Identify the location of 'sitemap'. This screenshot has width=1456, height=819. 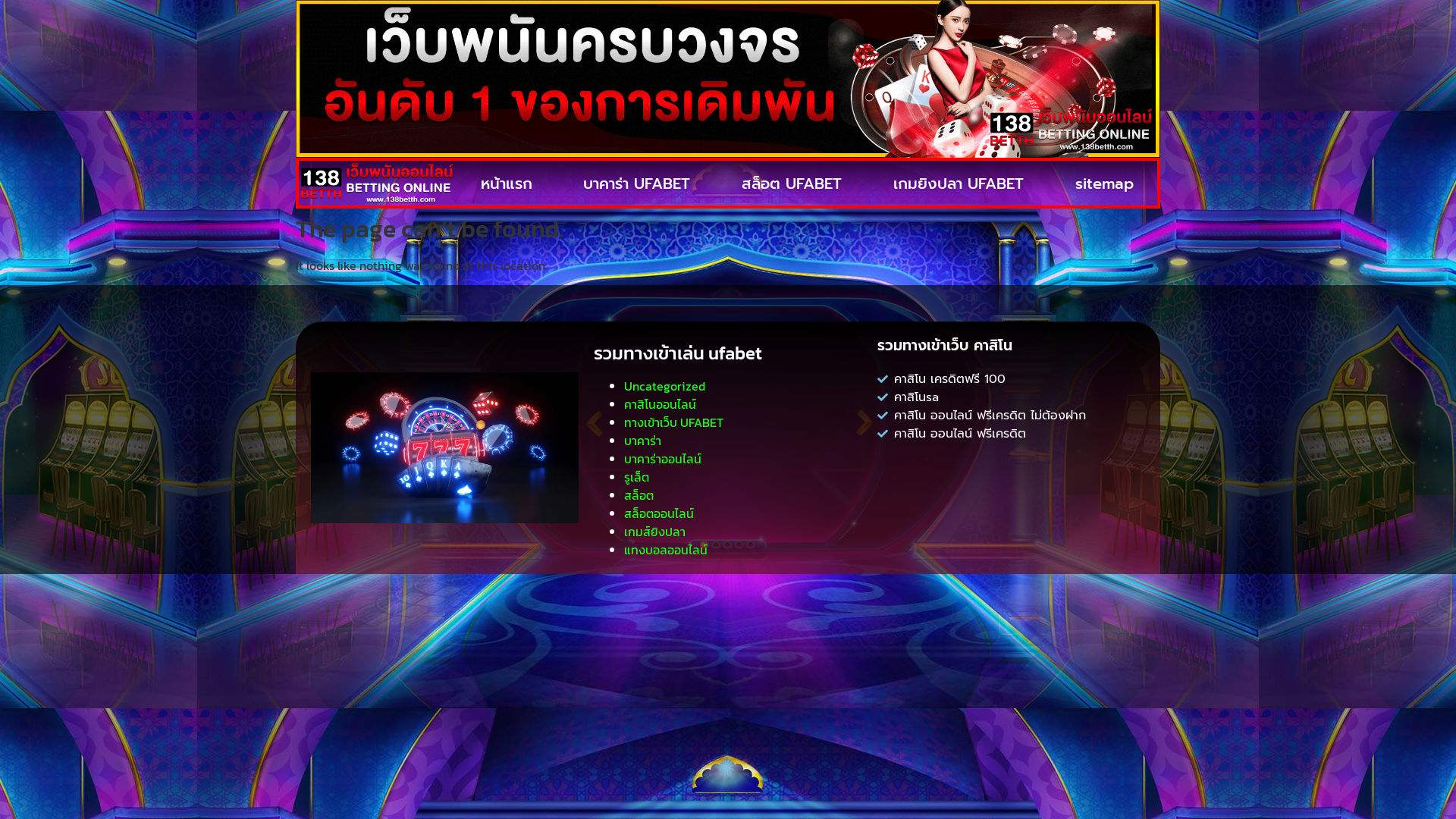
(1103, 183).